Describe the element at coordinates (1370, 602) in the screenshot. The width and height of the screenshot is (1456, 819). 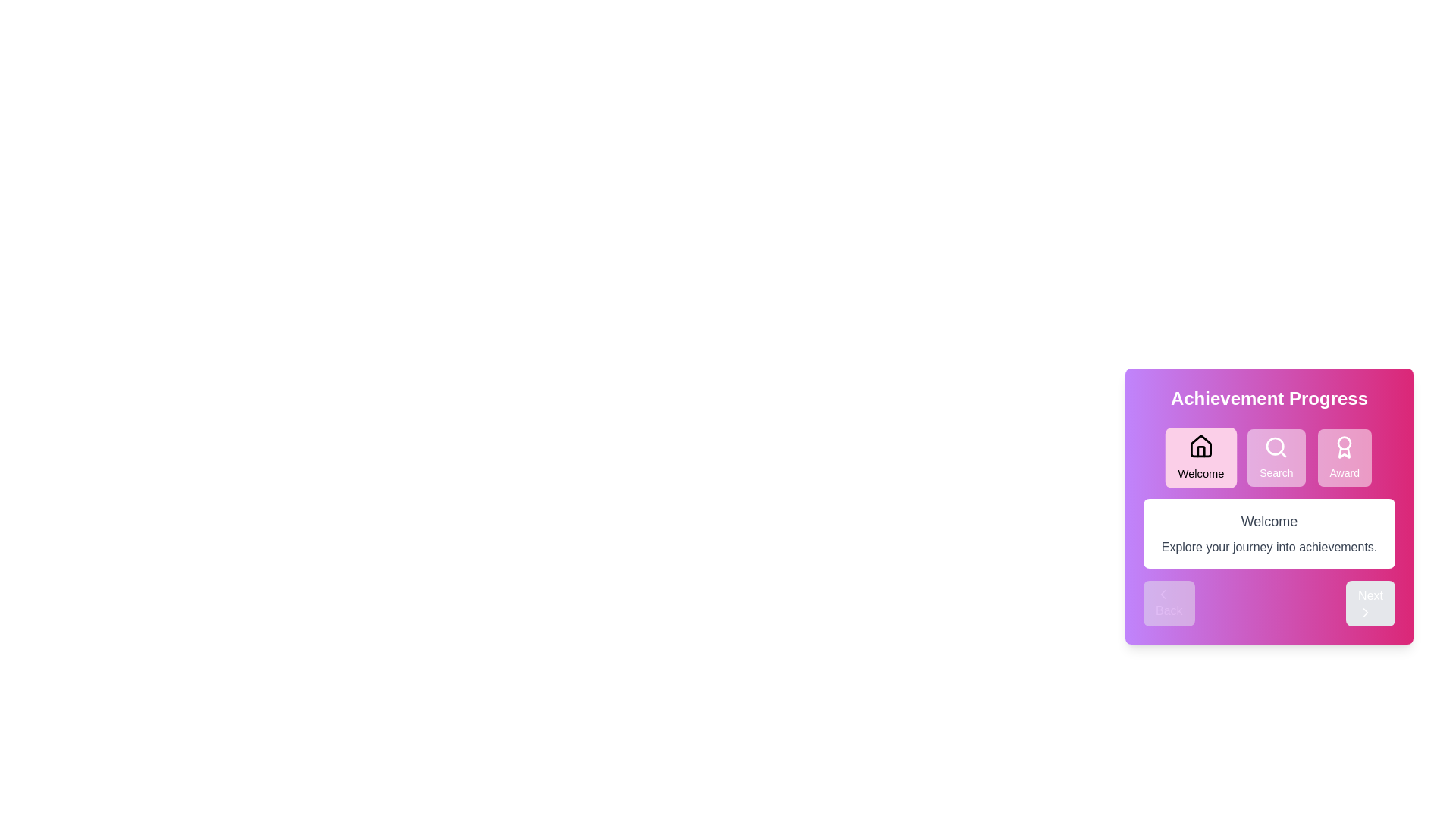
I see `the 'Next' button to advance the stepper to the next step` at that location.